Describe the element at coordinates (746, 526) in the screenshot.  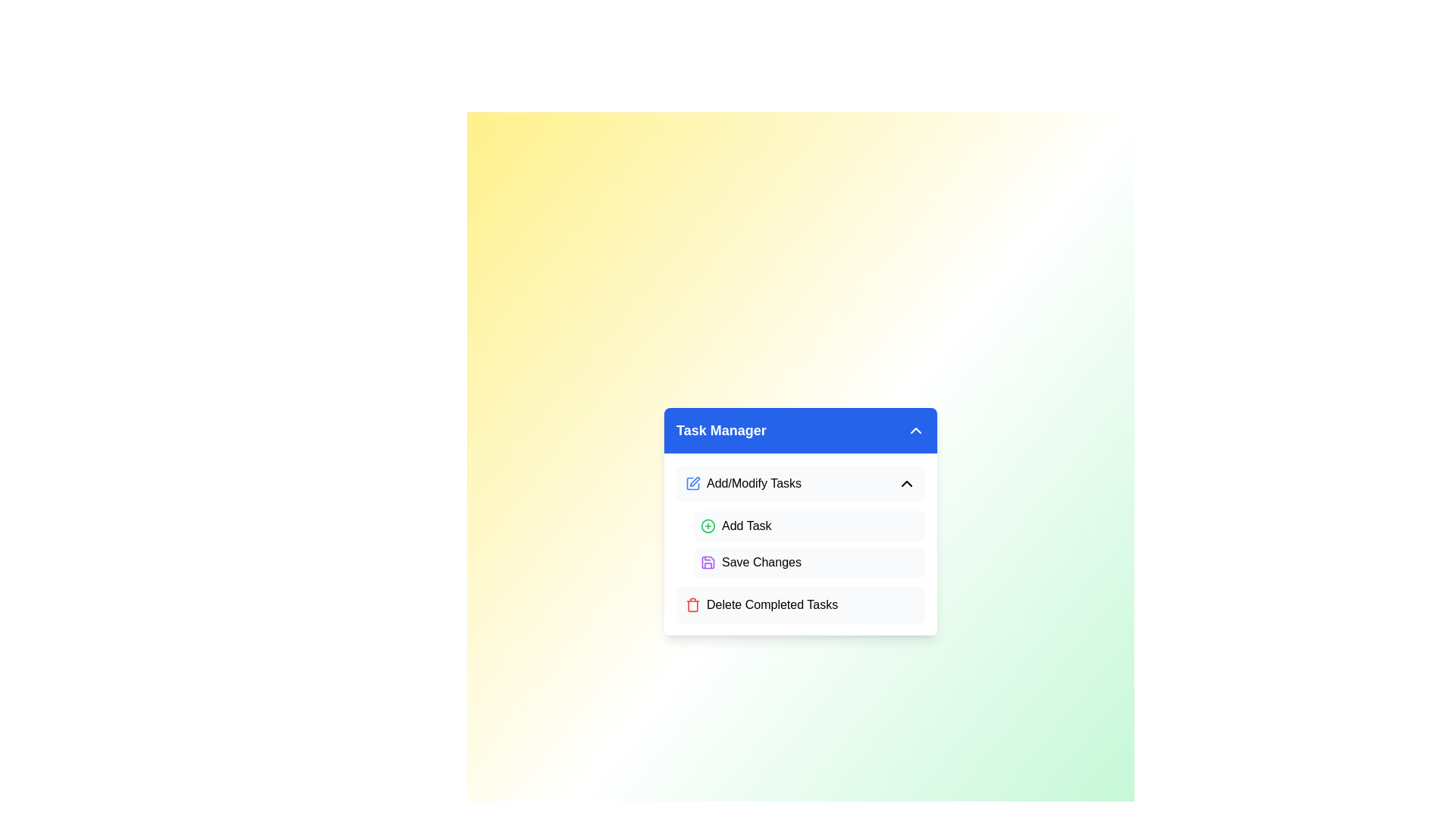
I see `the text label that is part of the button for adding a new task, located below the 'Add/Modify Tasks' section within the 'Task Manager' panel` at that location.